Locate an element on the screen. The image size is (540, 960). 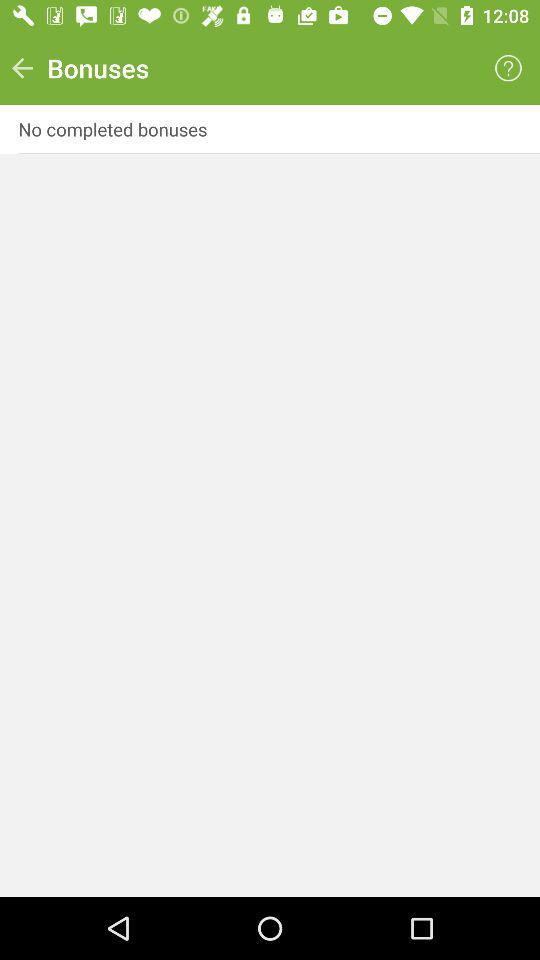
the icon to the left of the bonuses icon is located at coordinates (21, 68).